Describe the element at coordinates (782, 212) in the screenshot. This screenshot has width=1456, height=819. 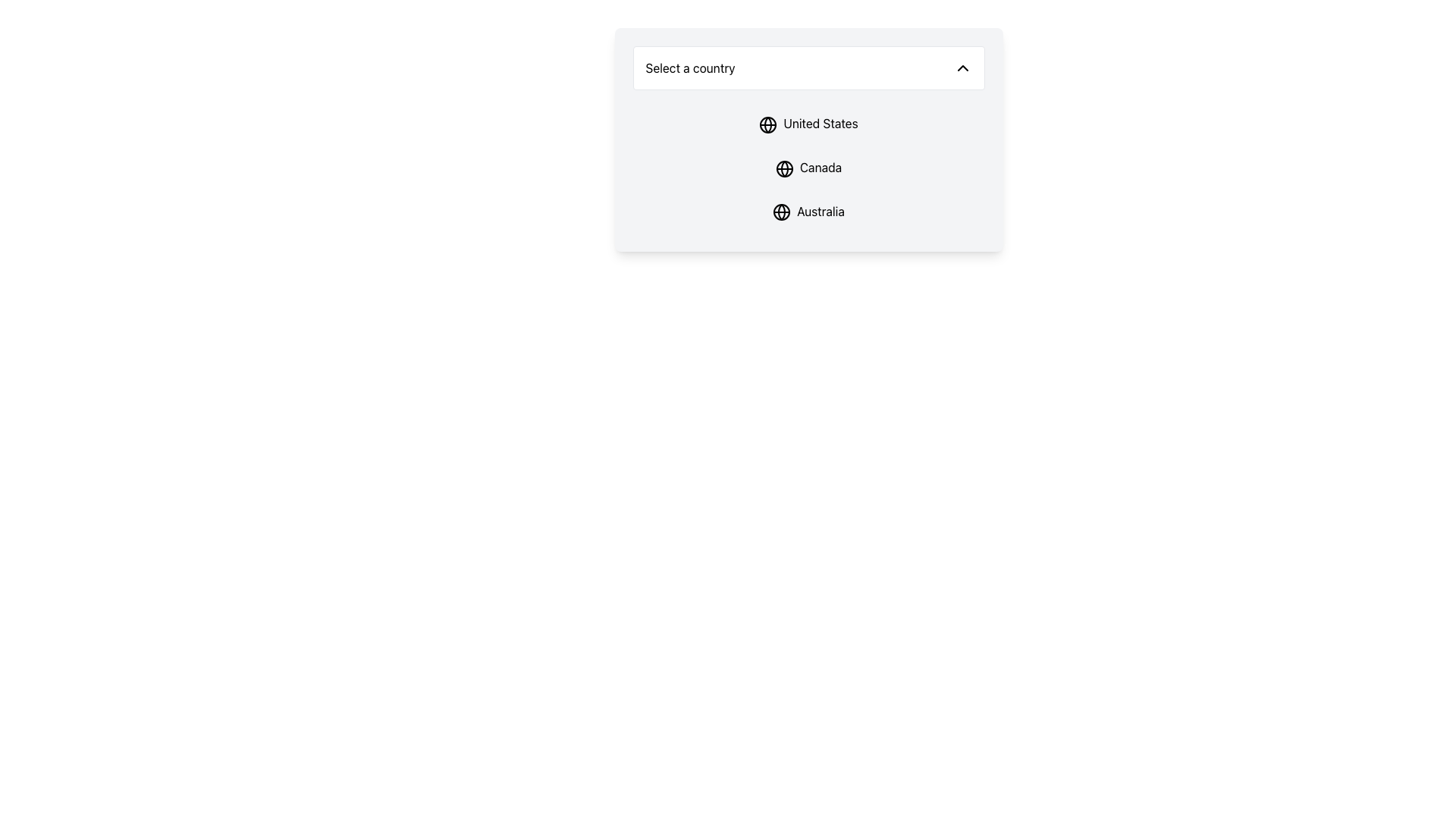
I see `the circular graphical icon representing the 'Australia' option in the country selection dropdown menu` at that location.